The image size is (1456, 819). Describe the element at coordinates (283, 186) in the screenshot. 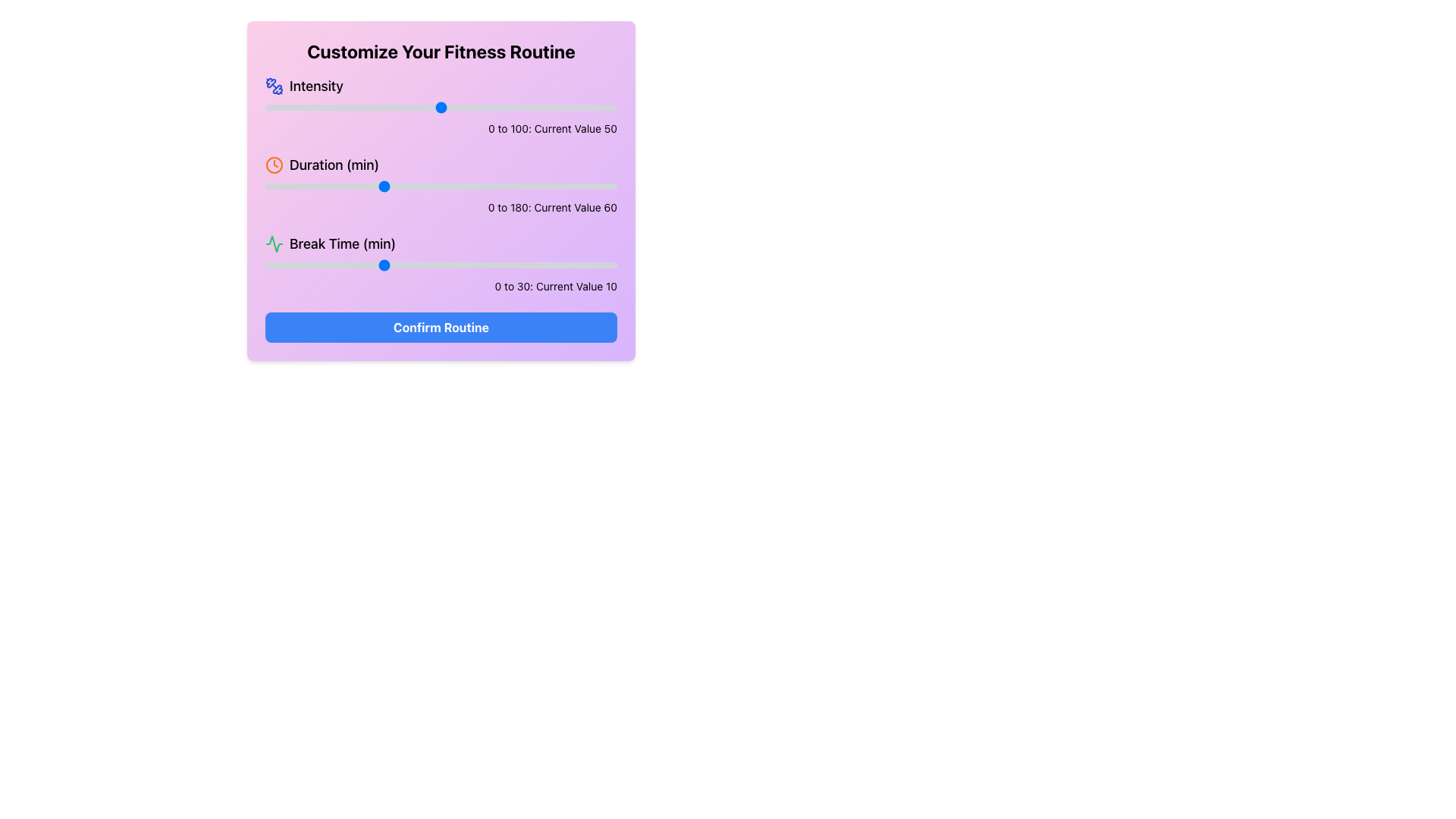

I see `duration` at that location.